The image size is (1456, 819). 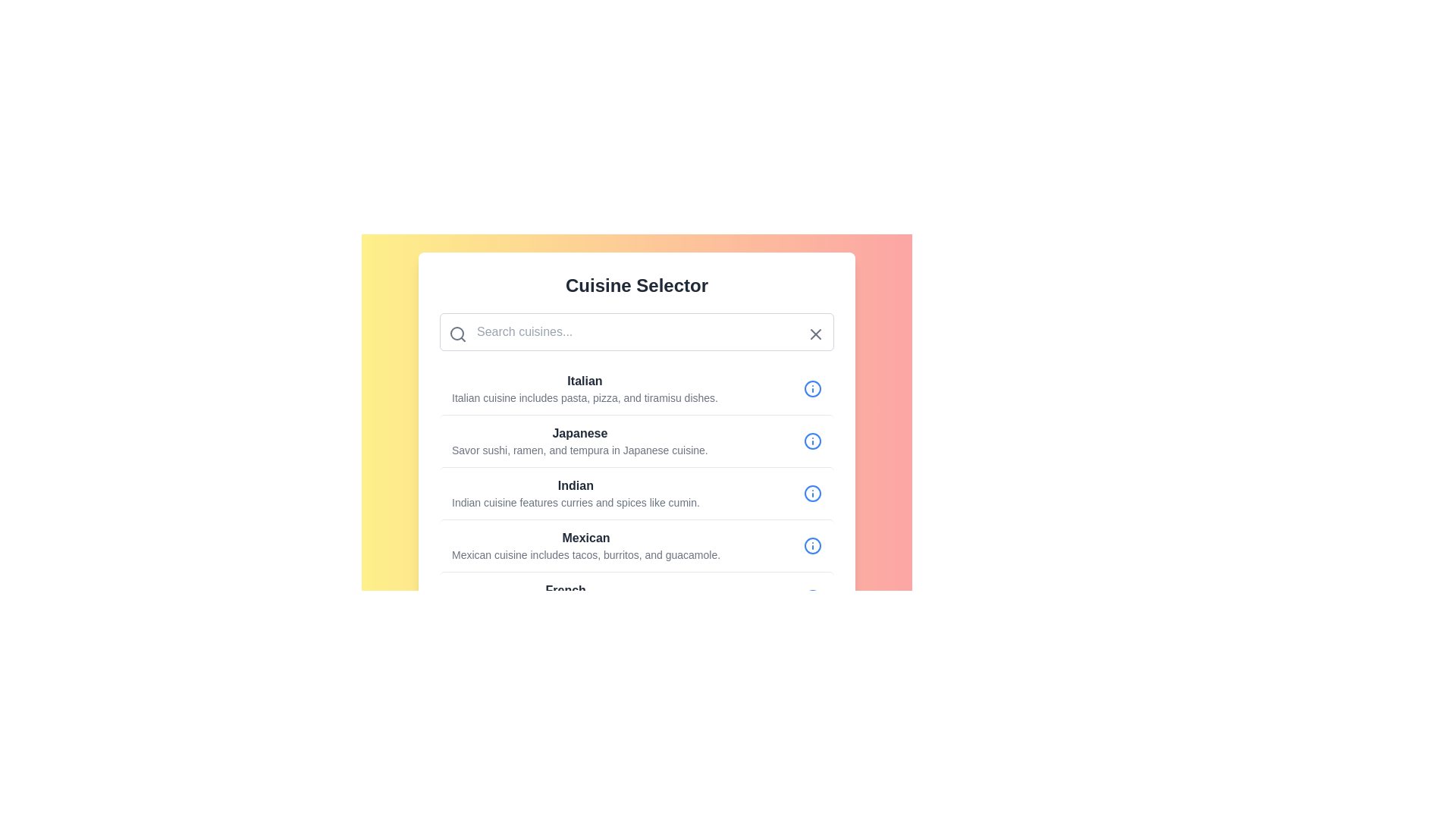 I want to click on the fourth list item labeled 'Mexican', which includes a bold header and an information icon on the right, so click(x=637, y=544).